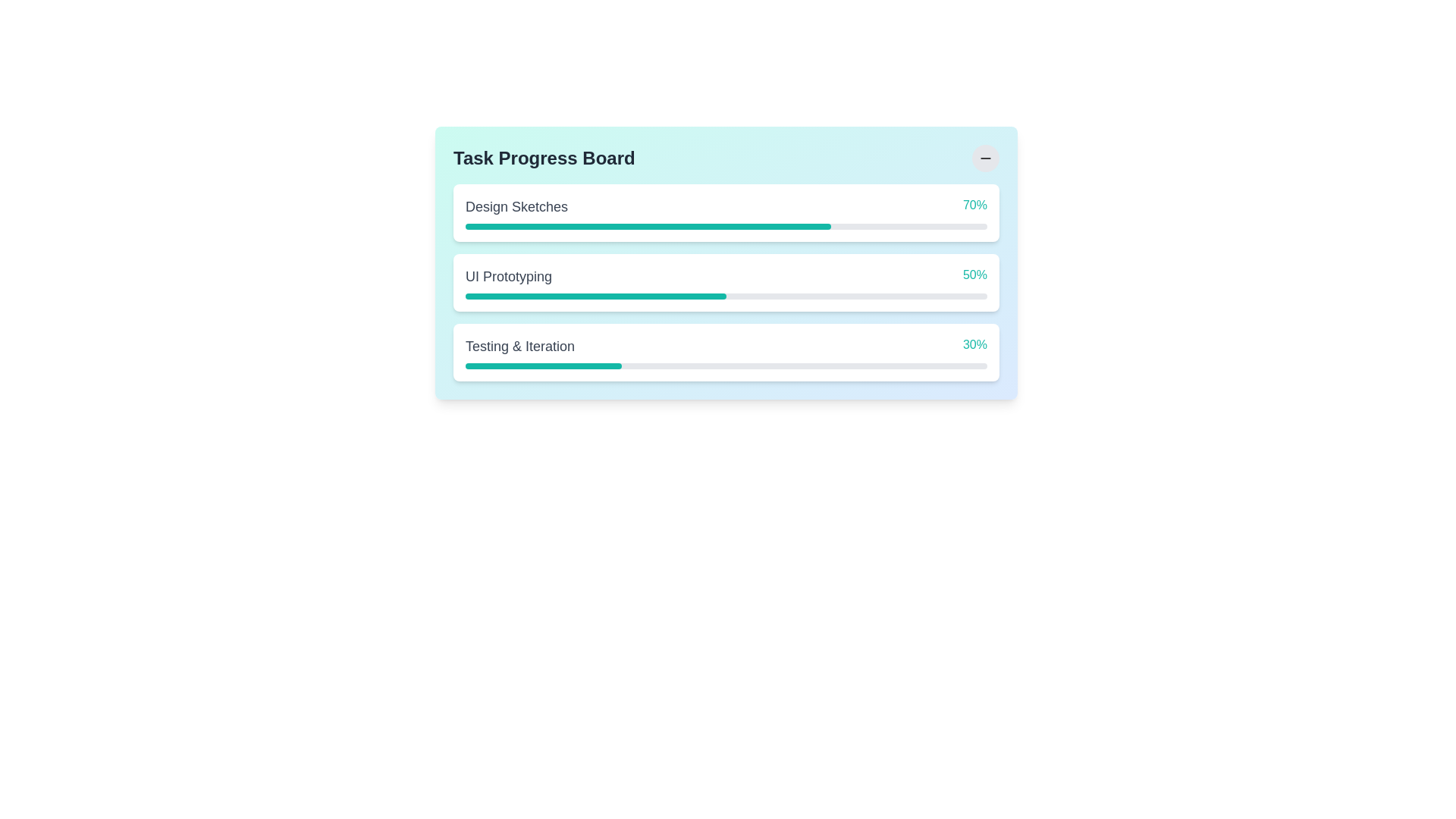 The height and width of the screenshot is (819, 1456). I want to click on the static text display that shows '70%' in teal color, located on the right side of the progress board interface adjacent to the 'Design Sketches' progress bar, so click(975, 207).